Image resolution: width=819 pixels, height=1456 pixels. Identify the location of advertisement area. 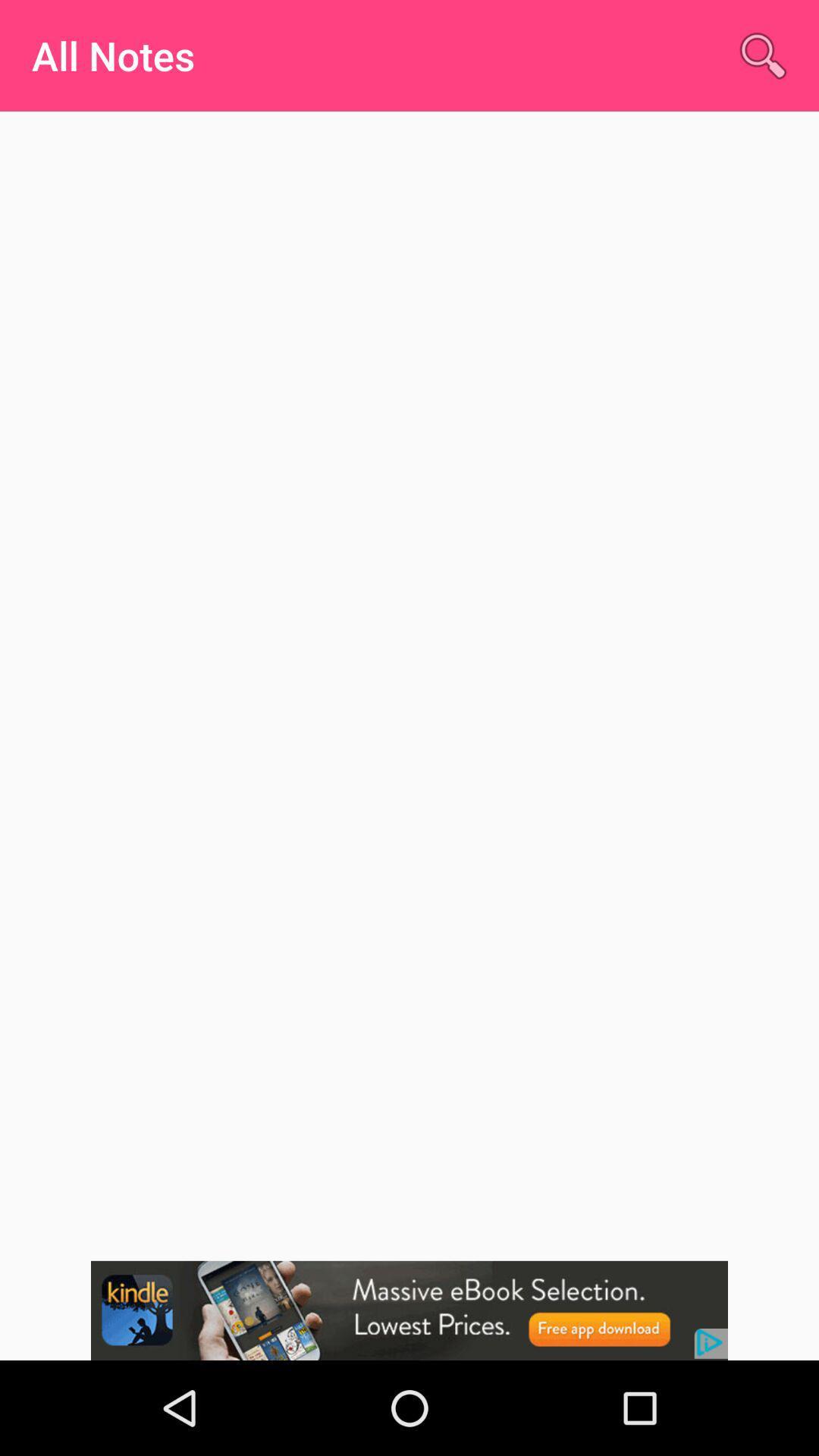
(409, 1310).